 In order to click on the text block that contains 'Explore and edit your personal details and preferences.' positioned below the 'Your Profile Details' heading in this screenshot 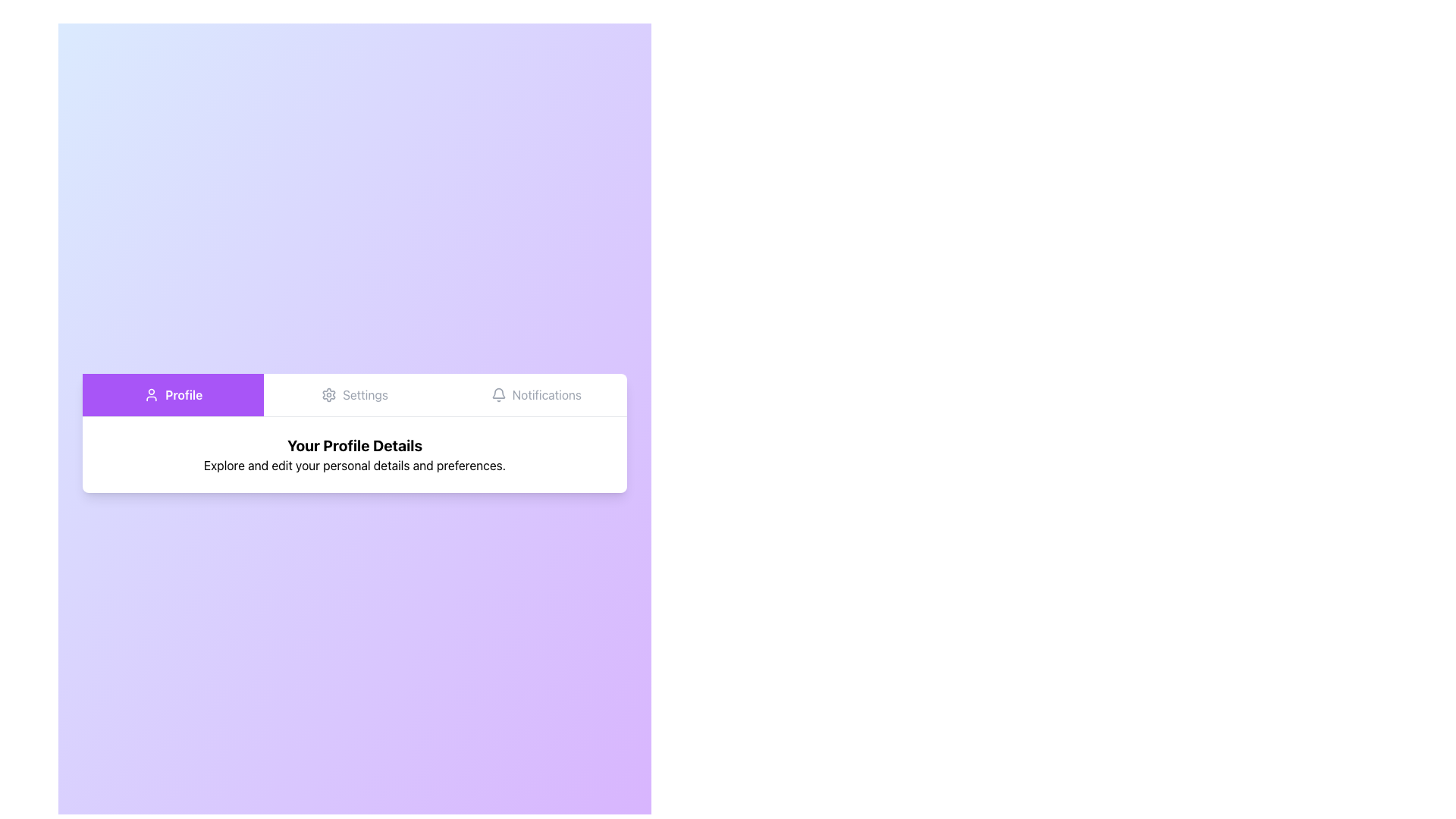, I will do `click(353, 464)`.